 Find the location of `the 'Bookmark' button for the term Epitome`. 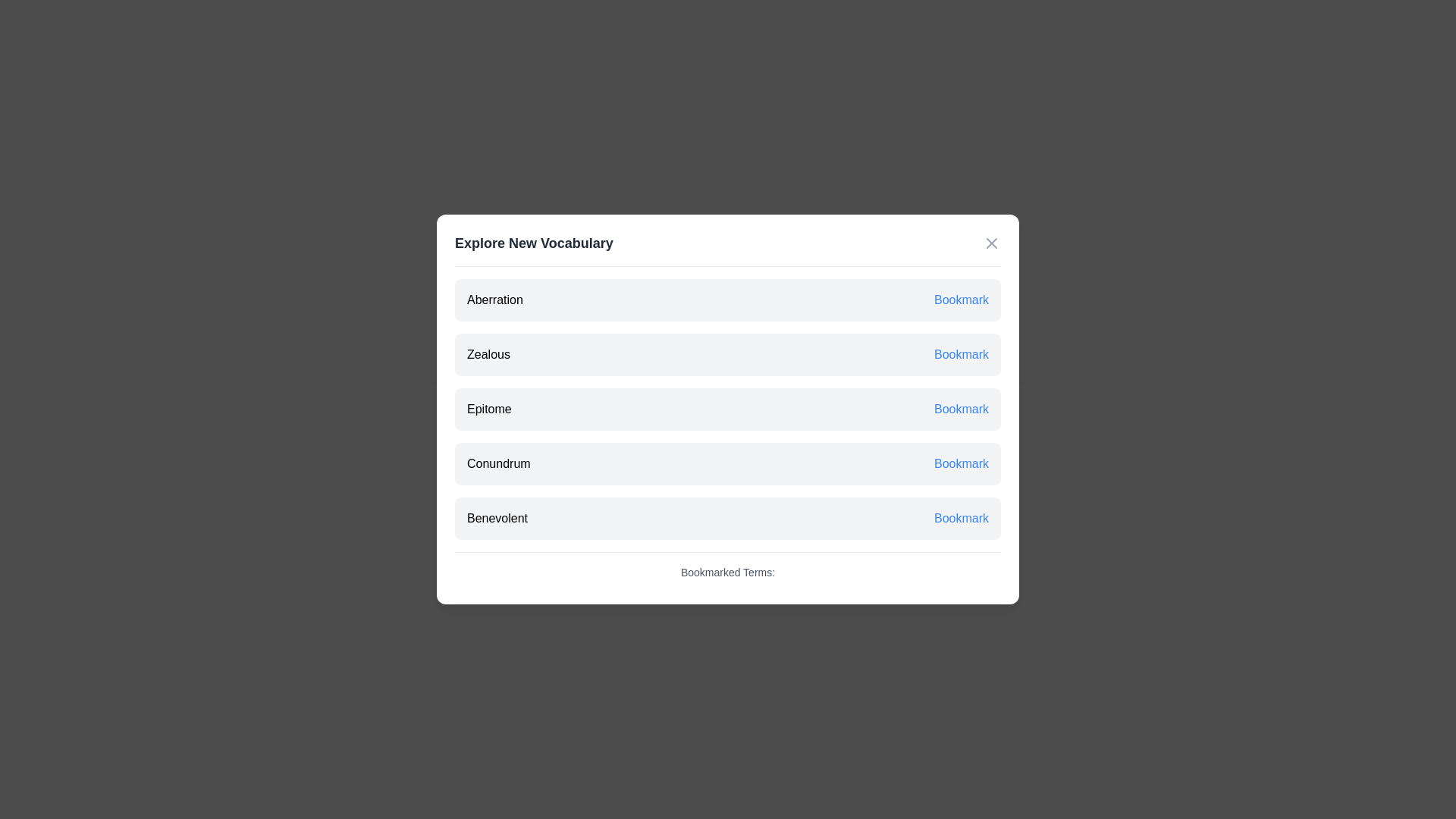

the 'Bookmark' button for the term Epitome is located at coordinates (960, 409).